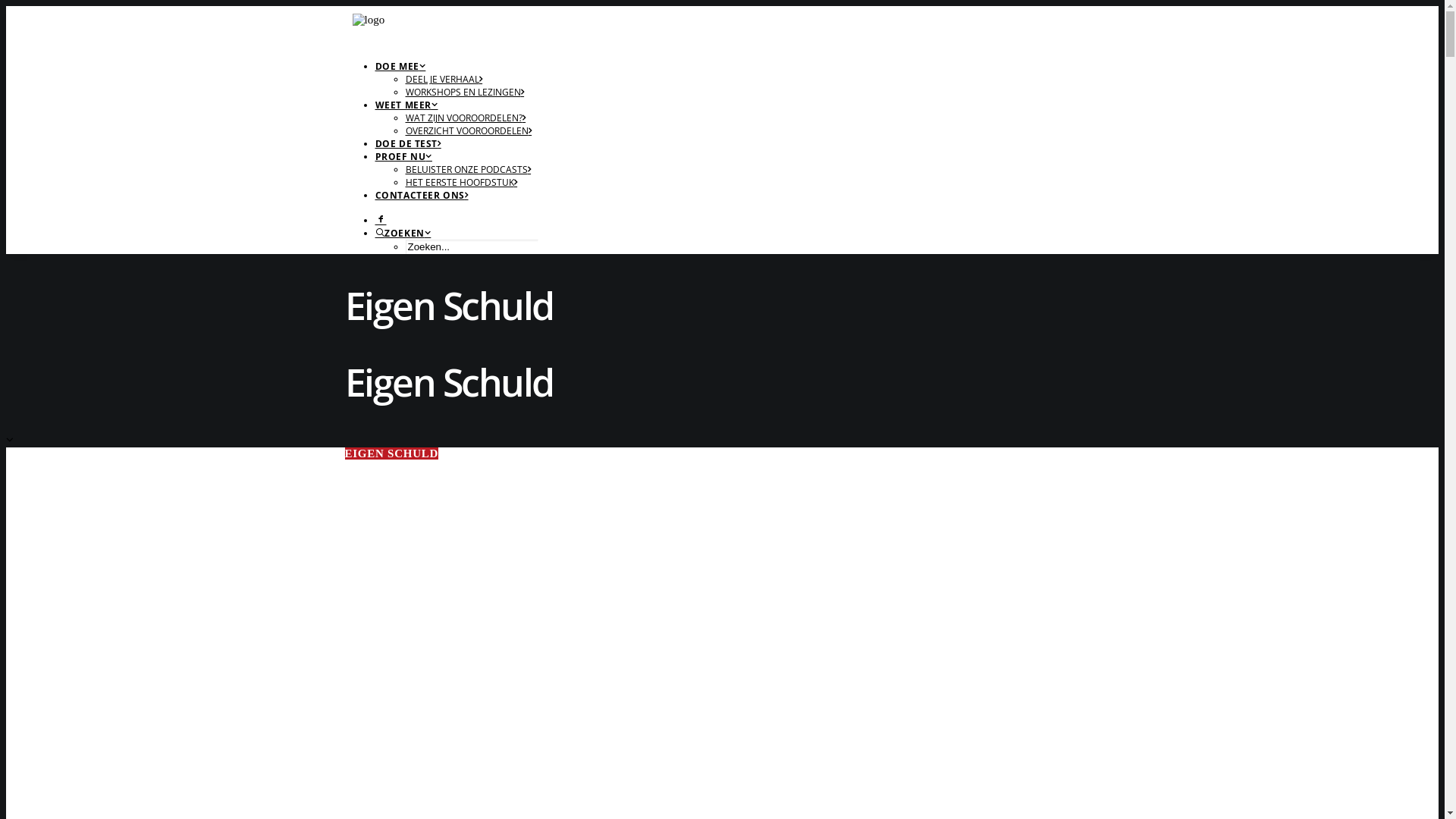  Describe the element at coordinates (36, 61) in the screenshot. I see `'THEMA'S'` at that location.